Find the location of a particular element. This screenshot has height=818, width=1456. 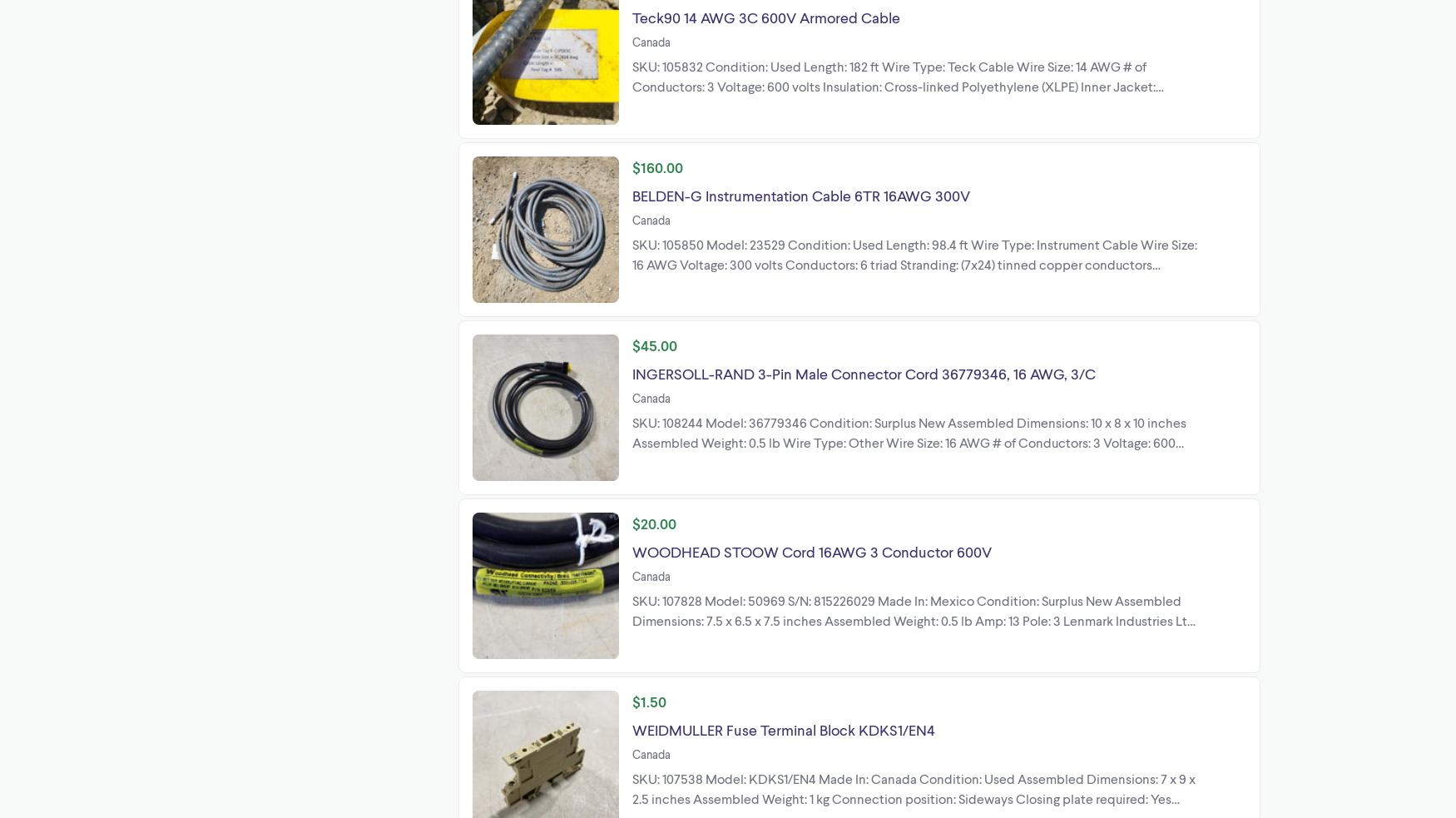

'$45.00' is located at coordinates (653, 344).